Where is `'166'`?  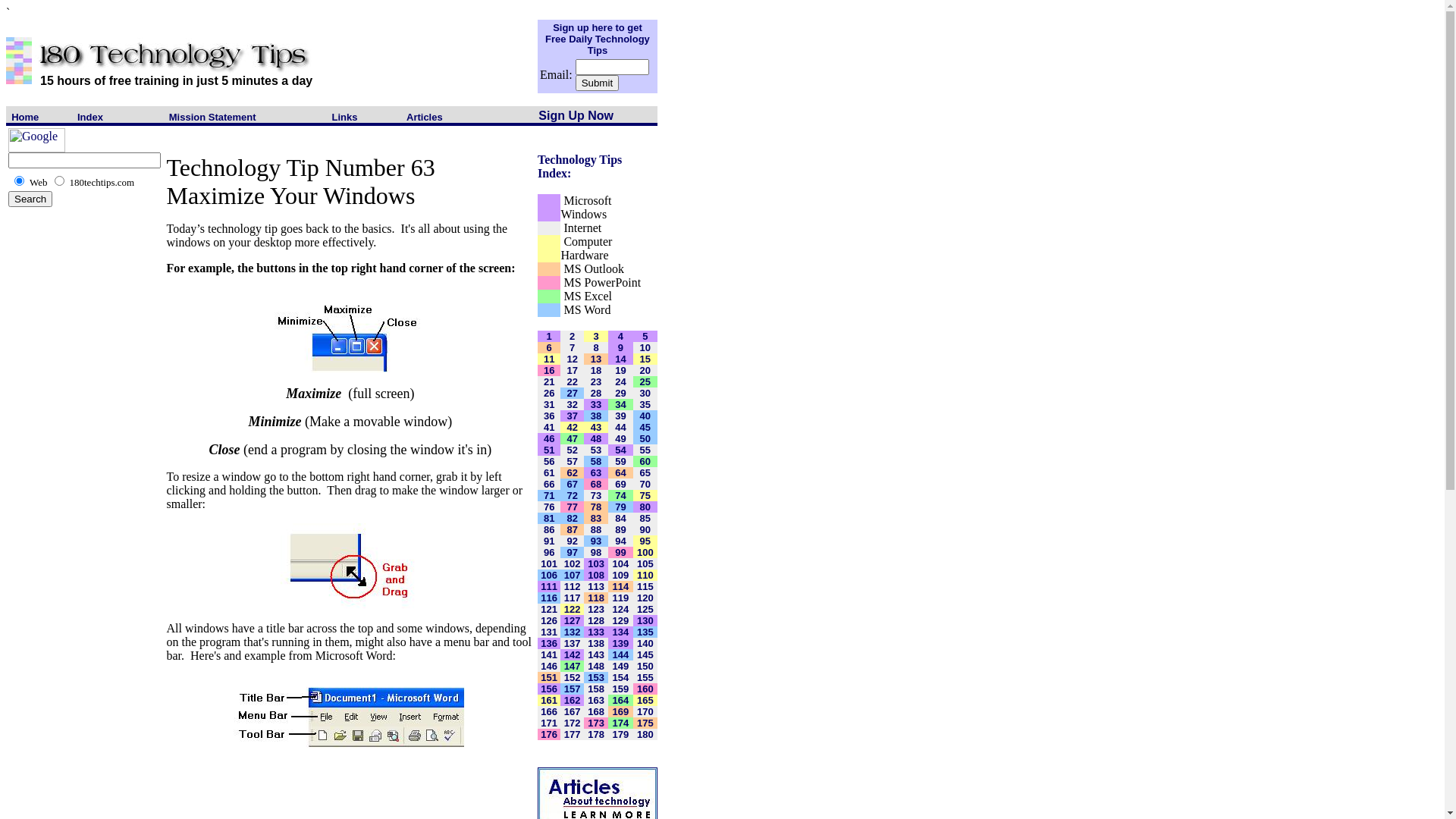 '166' is located at coordinates (541, 711).